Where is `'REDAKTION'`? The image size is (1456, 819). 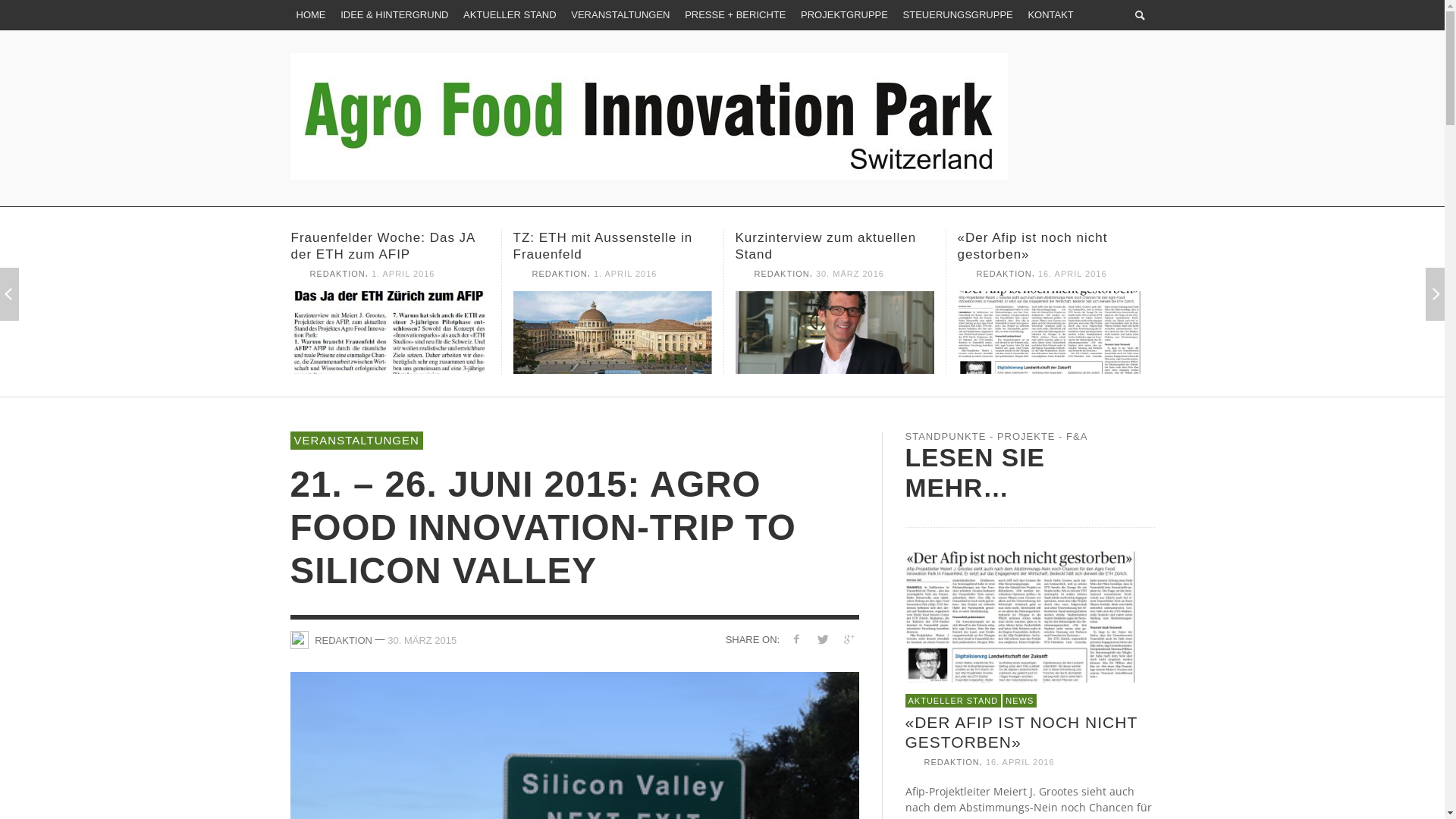 'REDAKTION' is located at coordinates (313, 639).